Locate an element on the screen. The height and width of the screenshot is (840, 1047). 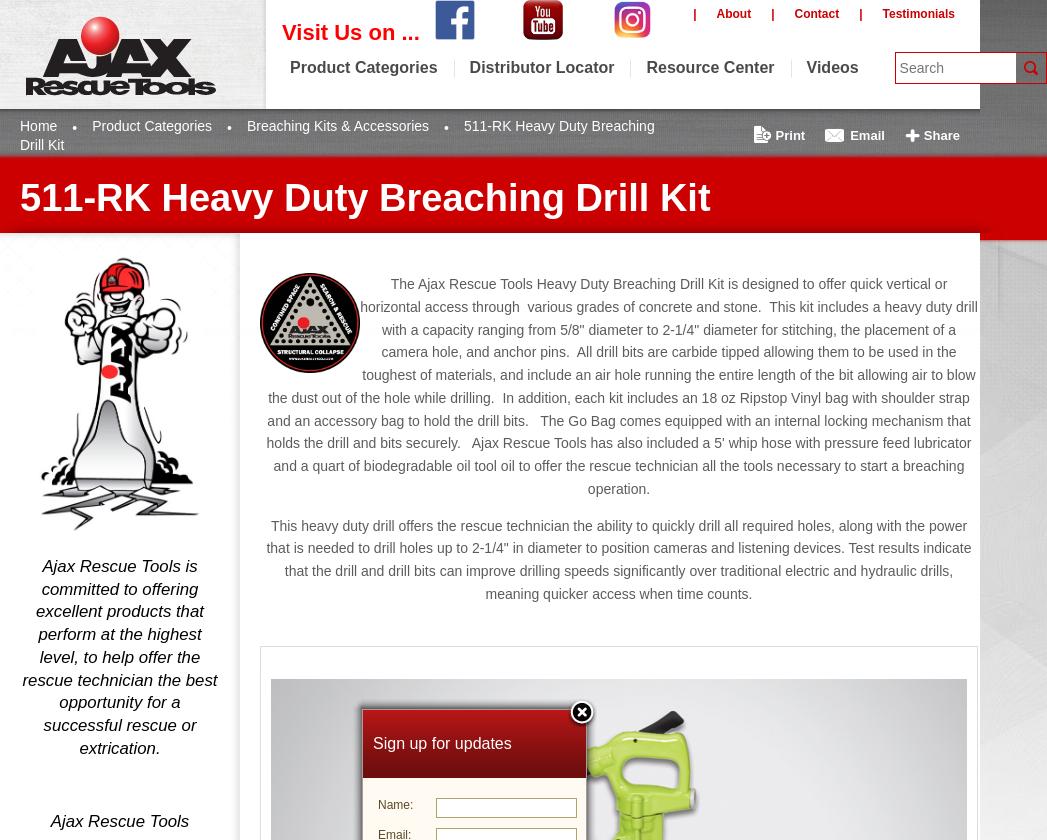
'Videos' is located at coordinates (804, 67).